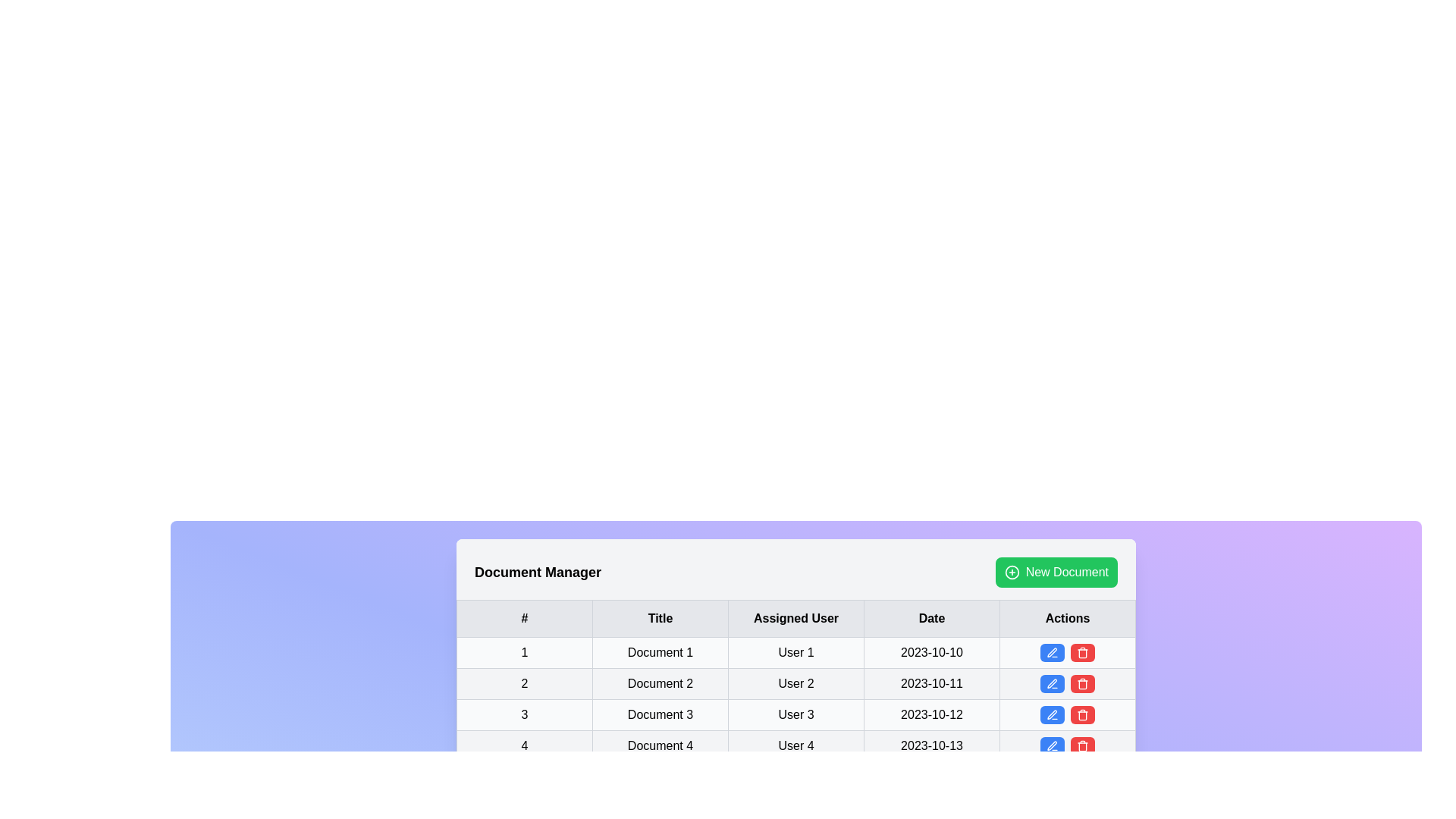 The height and width of the screenshot is (819, 1456). Describe the element at coordinates (795, 651) in the screenshot. I see `the non-interactive label displaying the assigned user's name in the first row of the 'Document Manager' table, located in the third column` at that location.